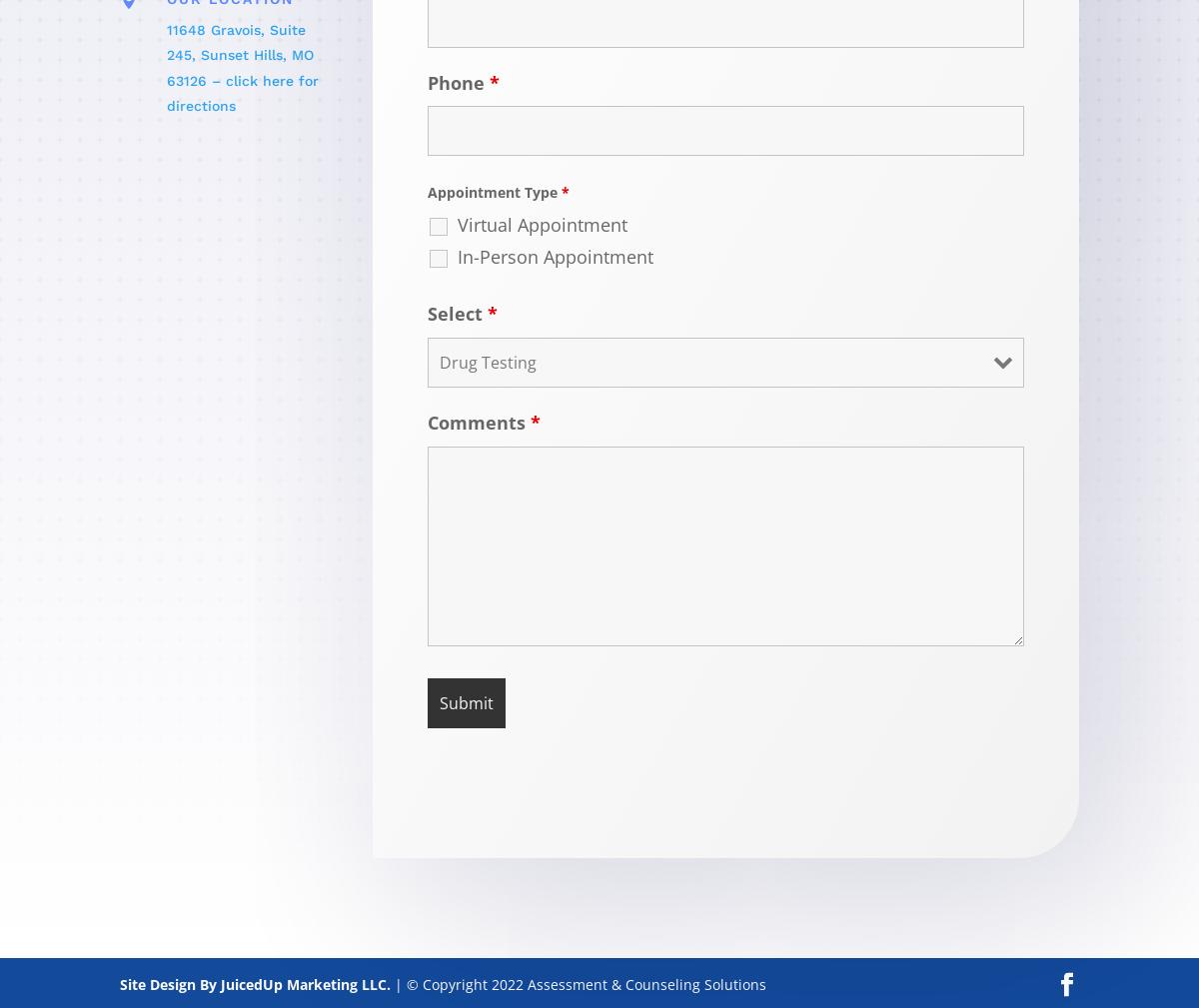 This screenshot has height=1008, width=1199. I want to click on 'Comments', so click(428, 421).